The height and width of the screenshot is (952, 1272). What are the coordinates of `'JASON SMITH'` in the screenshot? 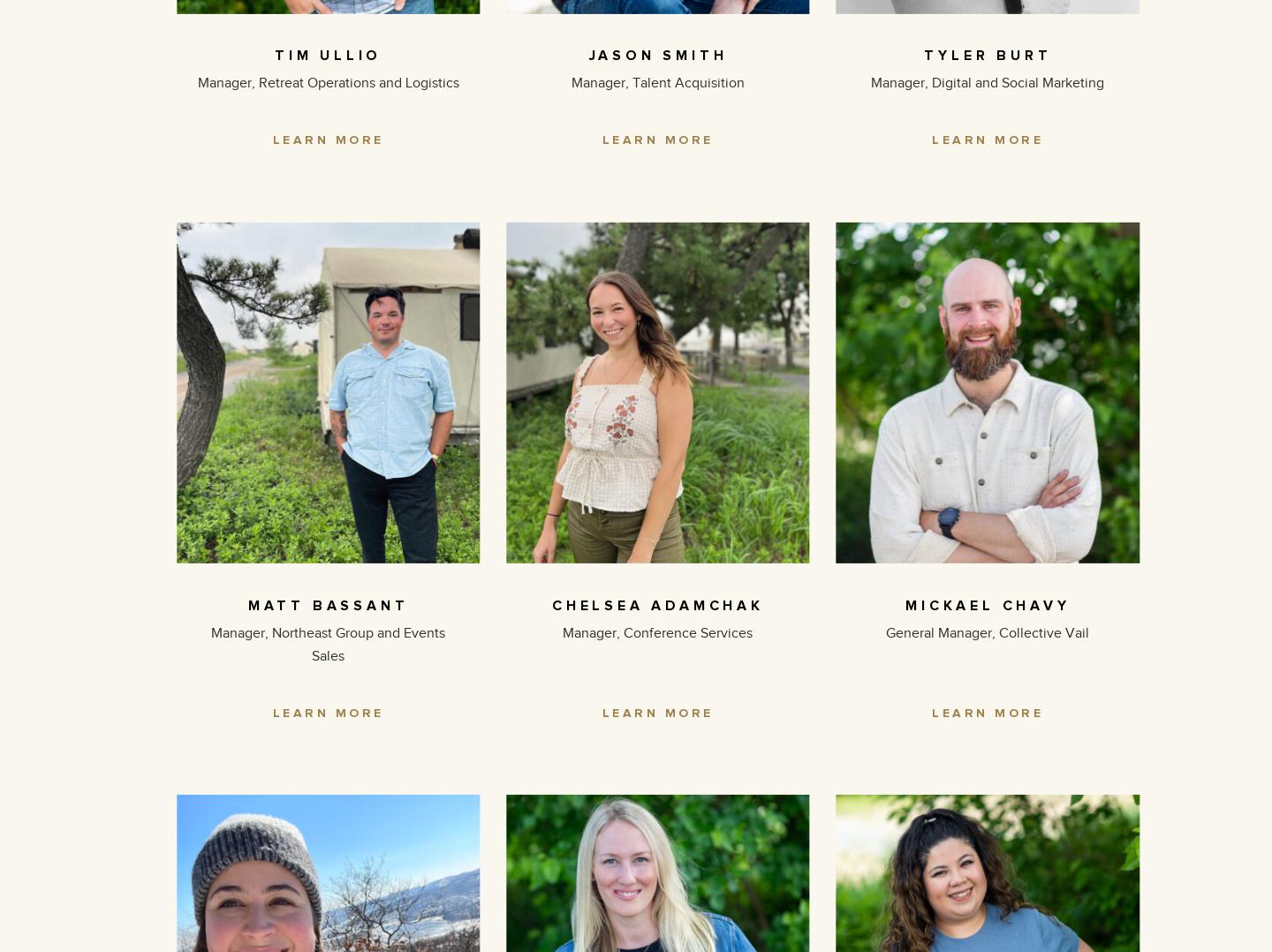 It's located at (588, 55).